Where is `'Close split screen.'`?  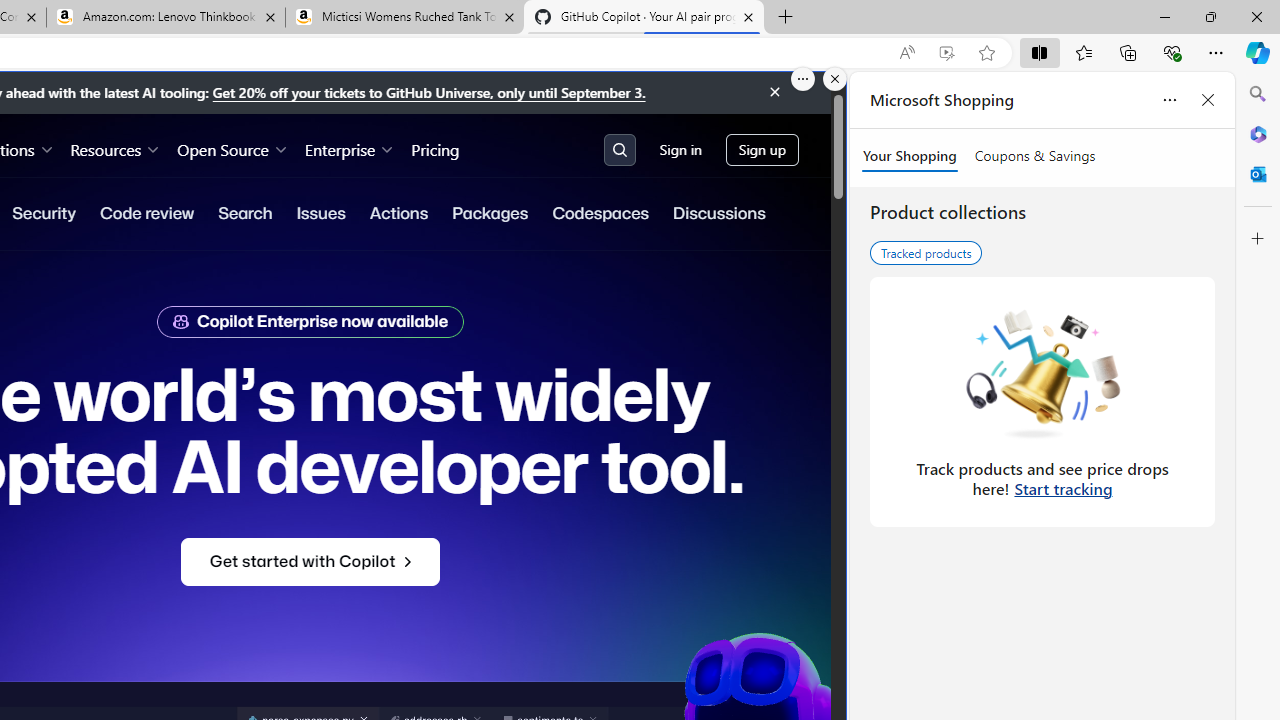 'Close split screen.' is located at coordinates (835, 78).